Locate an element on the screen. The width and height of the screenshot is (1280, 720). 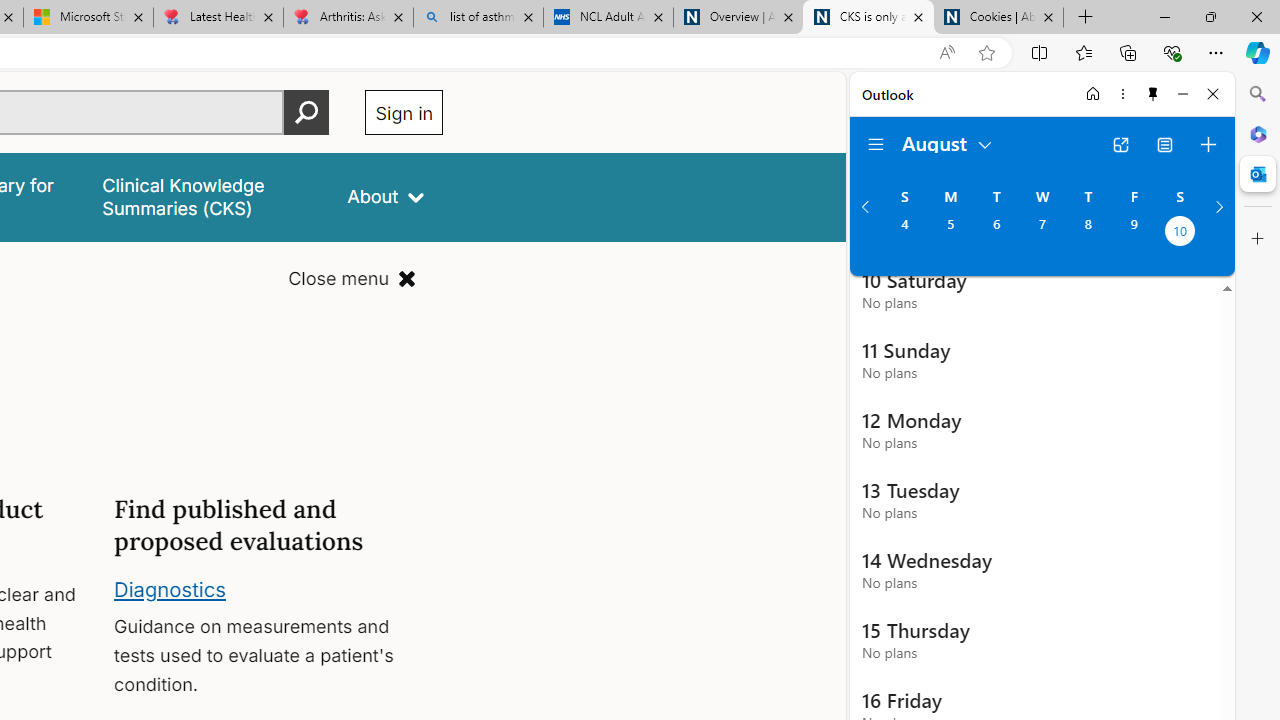
'list of asthma inhalers uk - Search' is located at coordinates (477, 17).